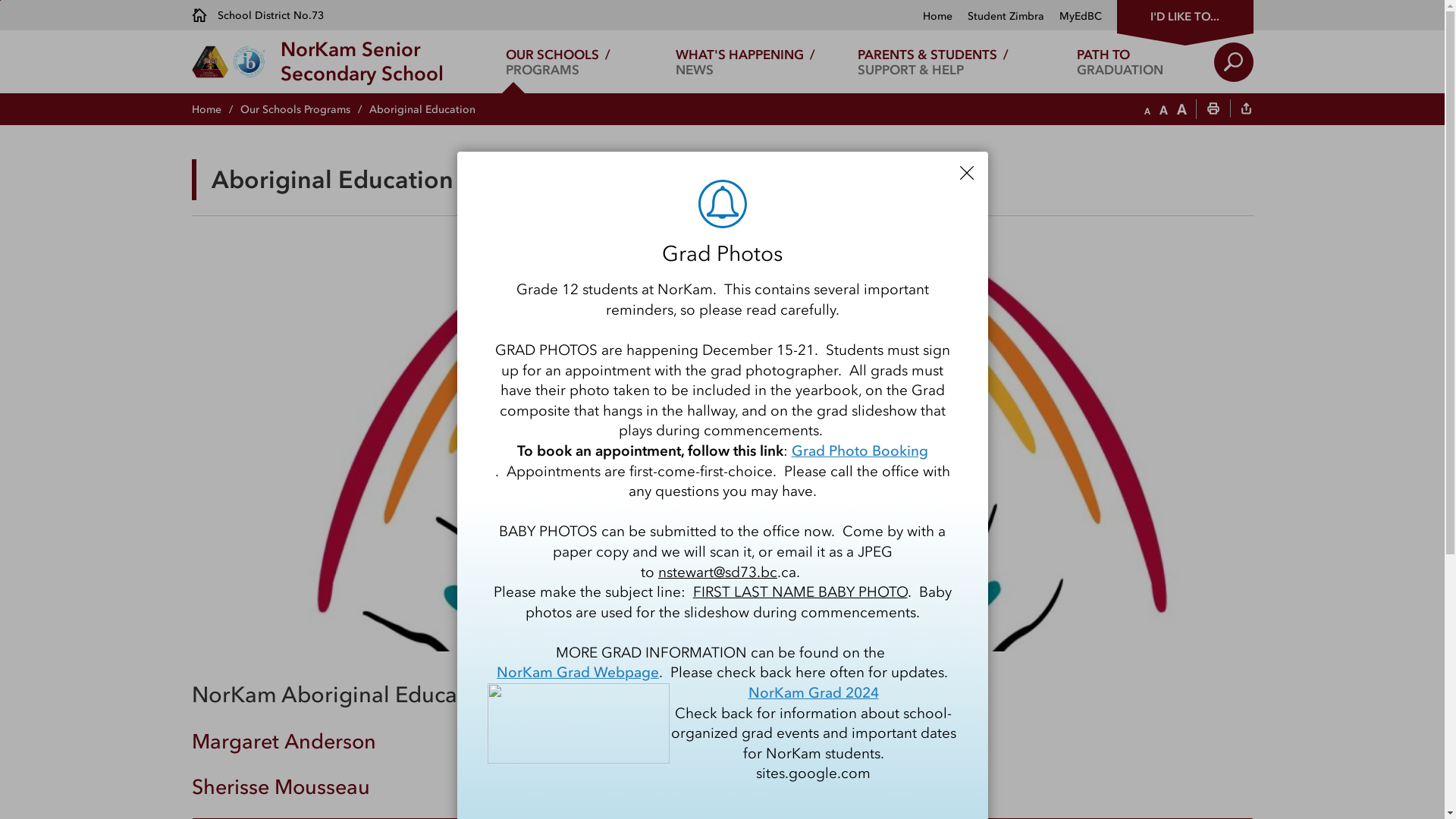 The width and height of the screenshot is (1456, 819). What do you see at coordinates (1147, 109) in the screenshot?
I see `'Decrease text size'` at bounding box center [1147, 109].